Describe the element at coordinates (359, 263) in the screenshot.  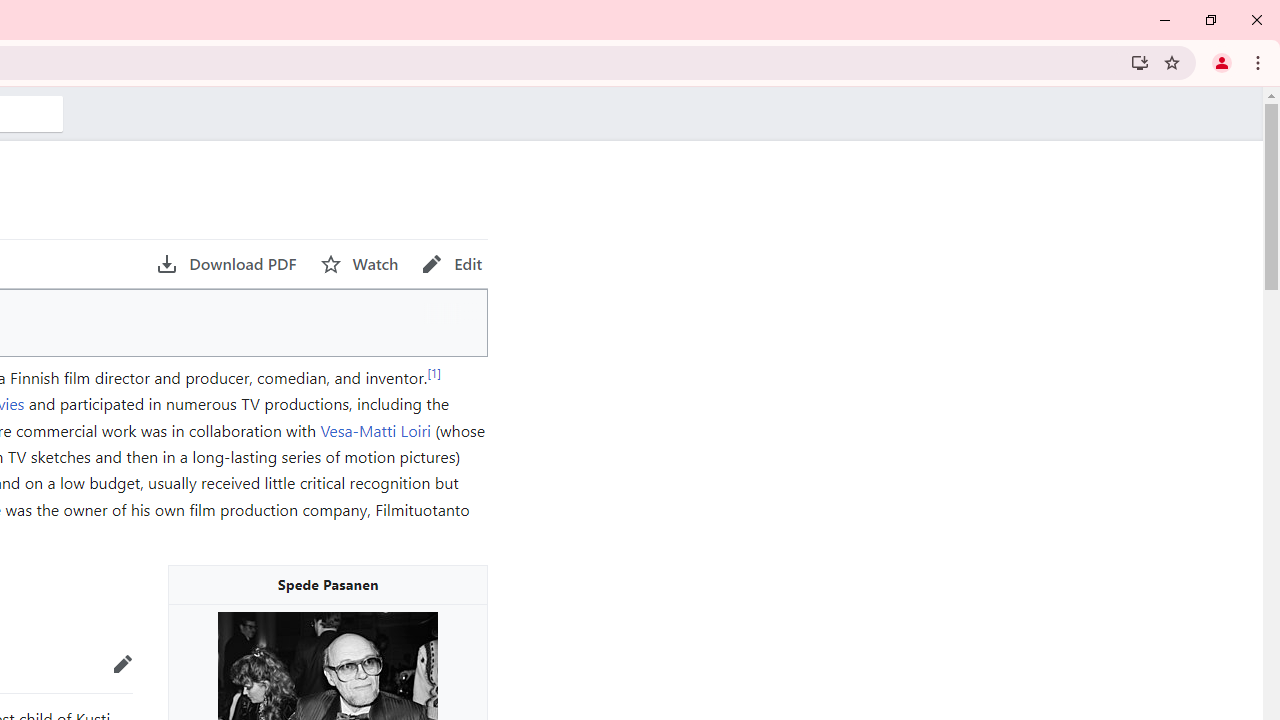
I see `'Watch'` at that location.